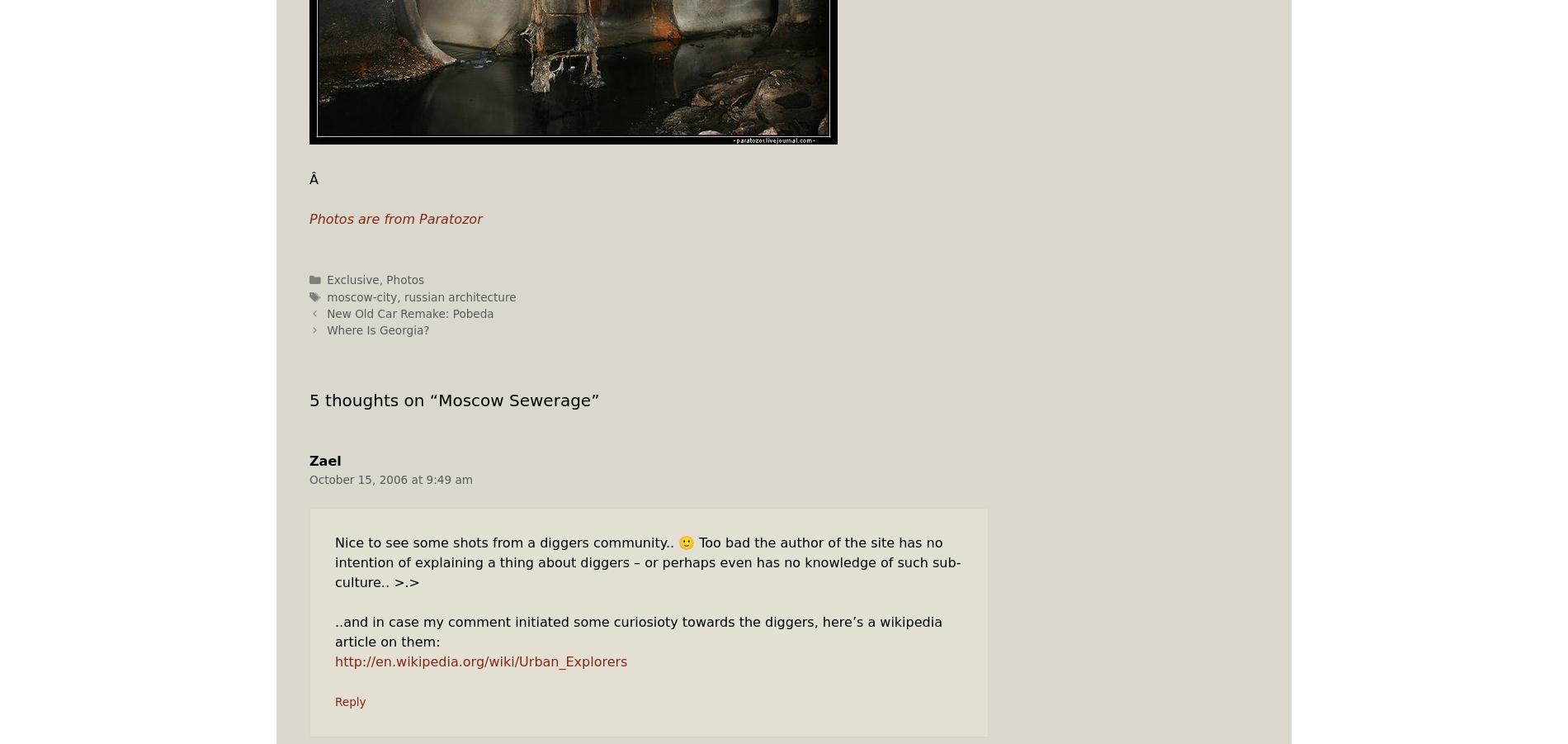 This screenshot has height=744, width=1568. What do you see at coordinates (404, 296) in the screenshot?
I see `'russian architecture'` at bounding box center [404, 296].